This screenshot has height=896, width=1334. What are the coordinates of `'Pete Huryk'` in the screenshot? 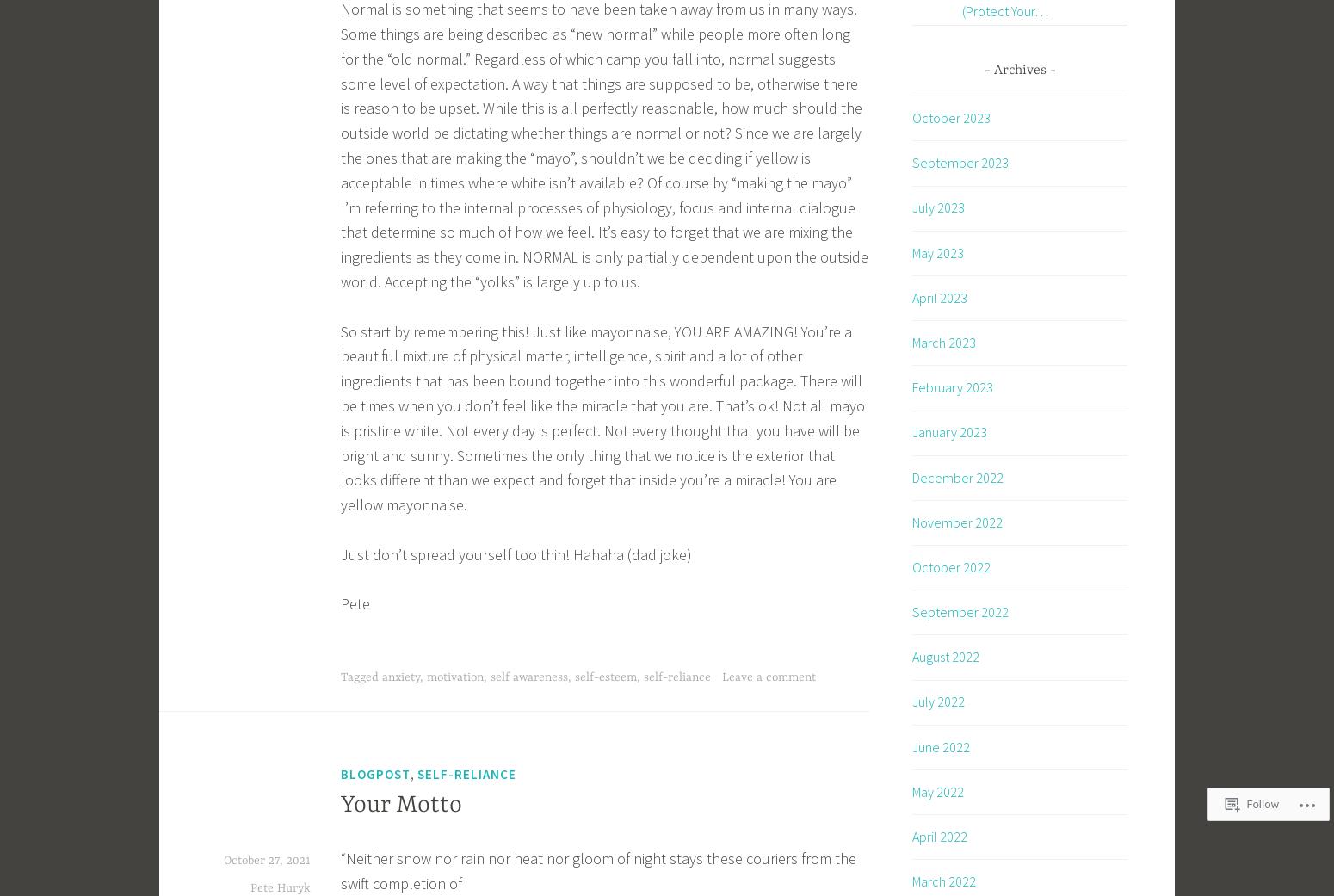 It's located at (279, 888).